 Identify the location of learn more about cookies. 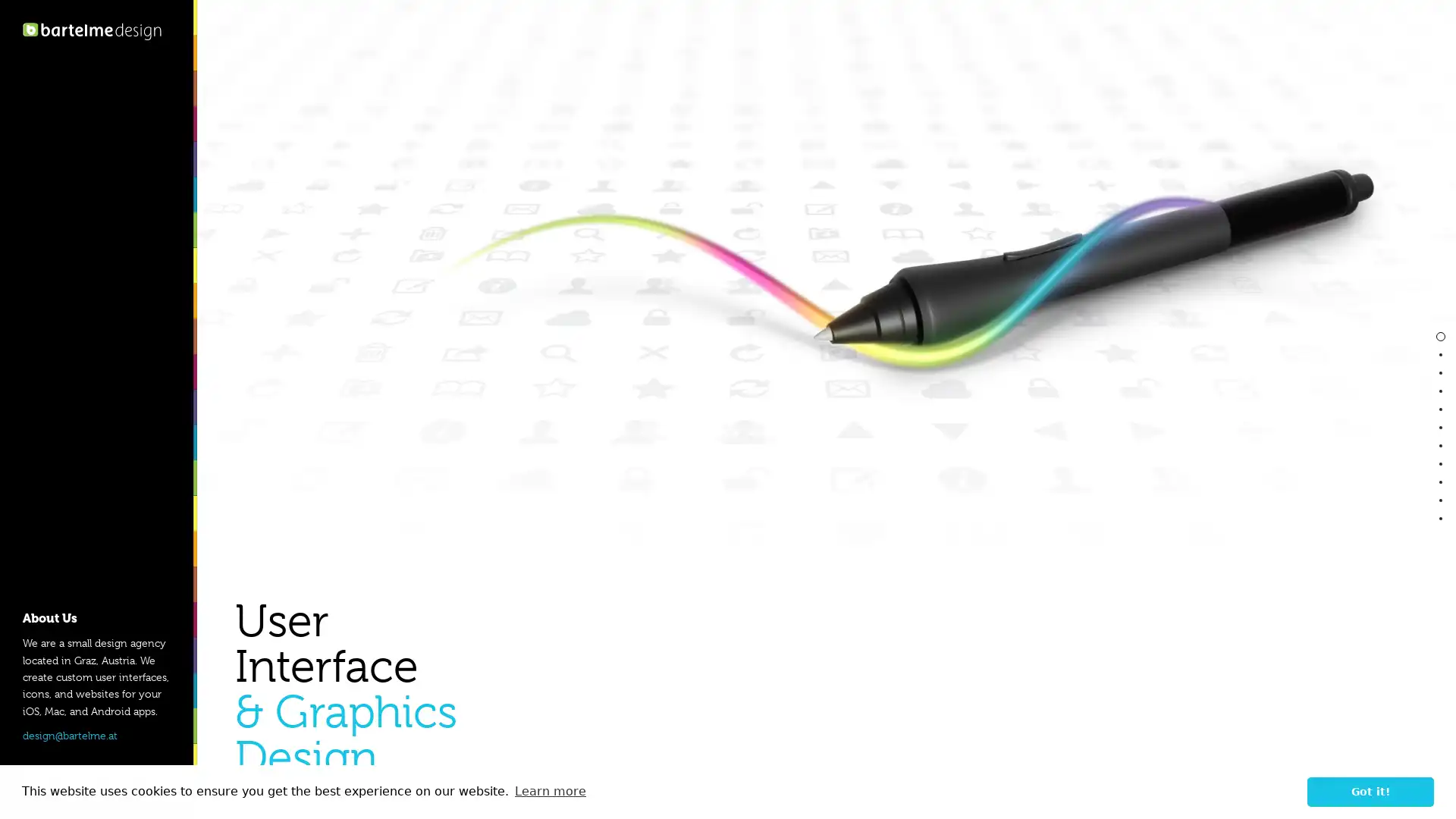
(549, 791).